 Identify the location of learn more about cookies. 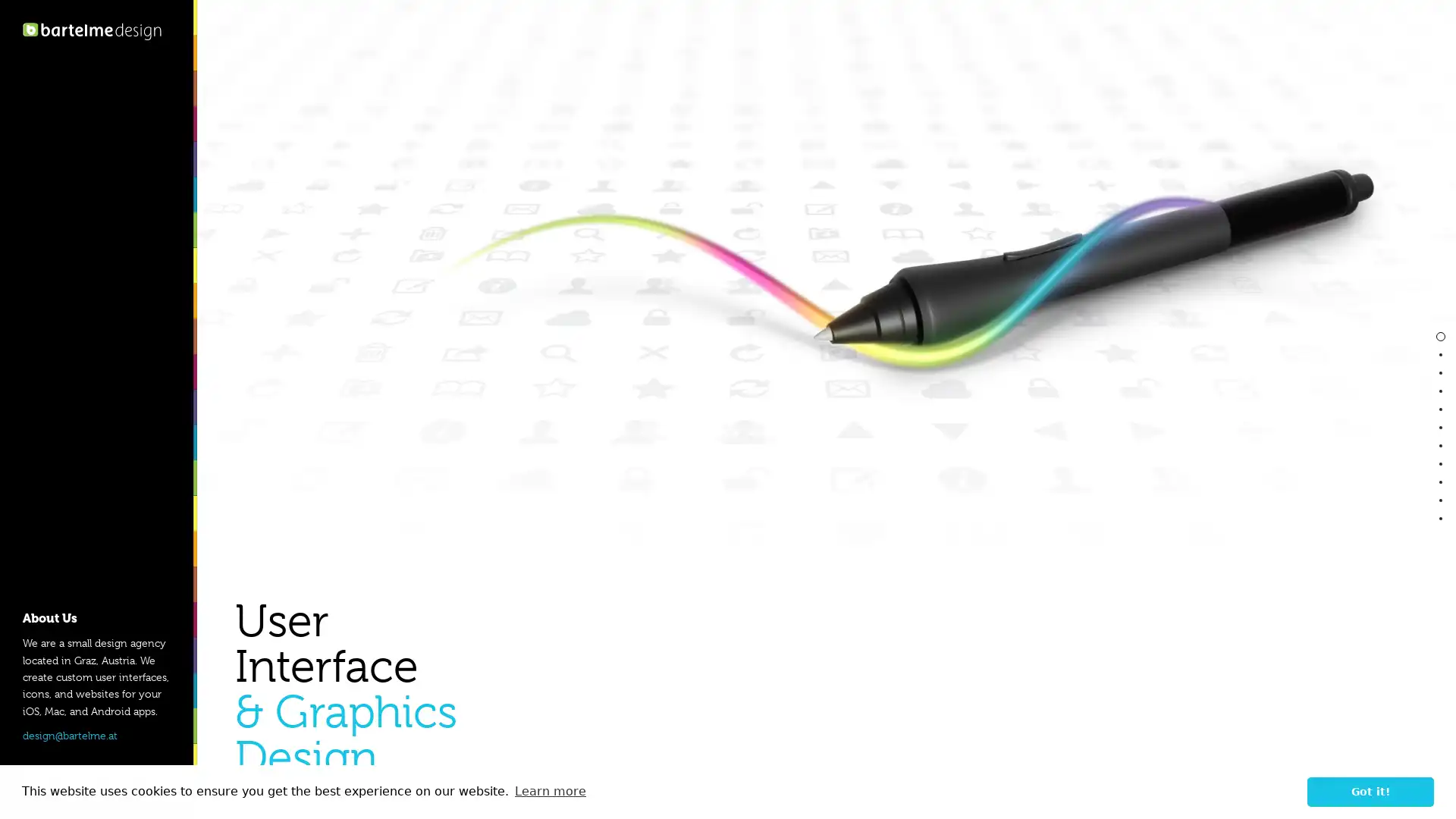
(549, 791).